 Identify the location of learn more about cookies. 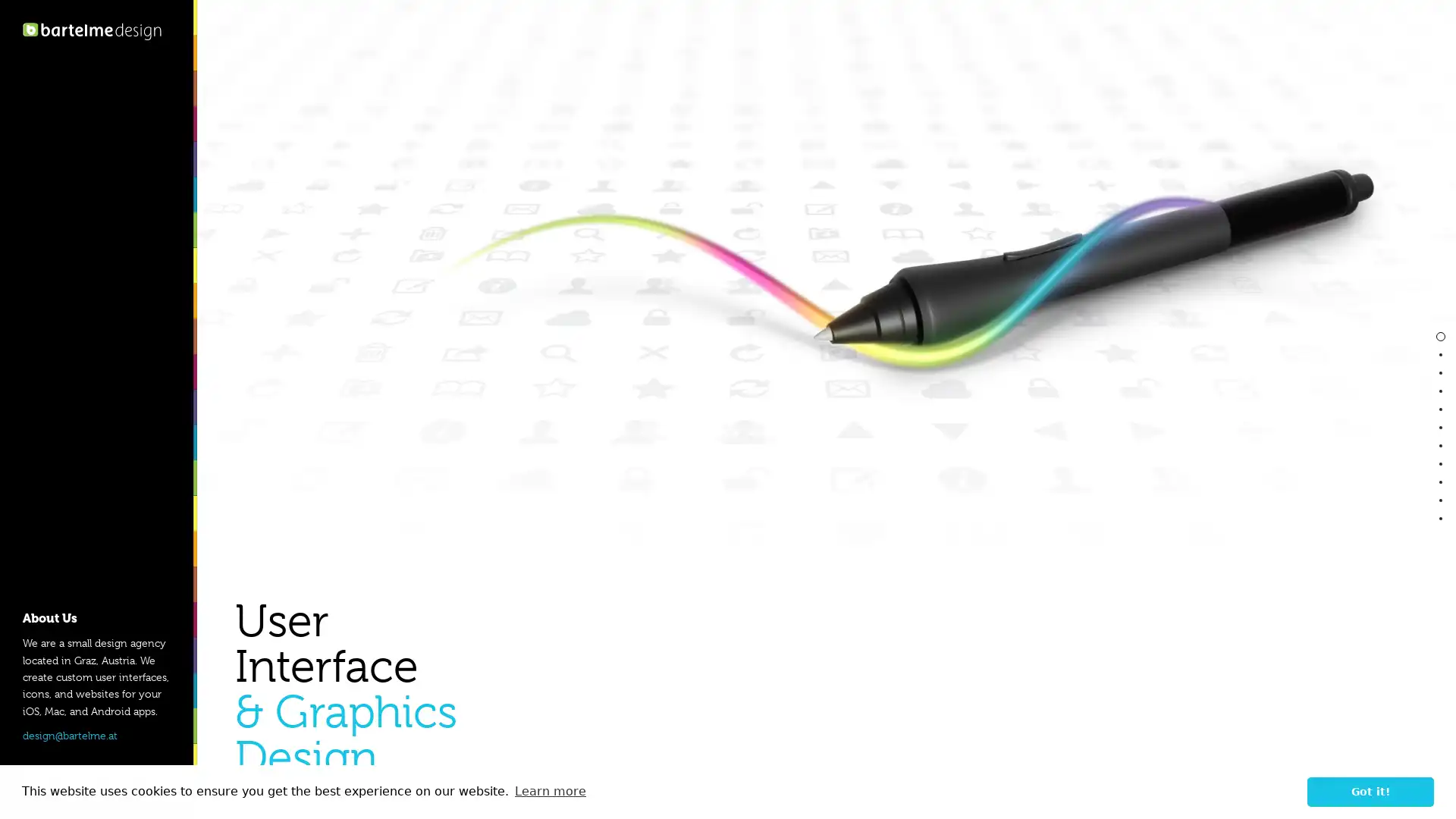
(549, 791).